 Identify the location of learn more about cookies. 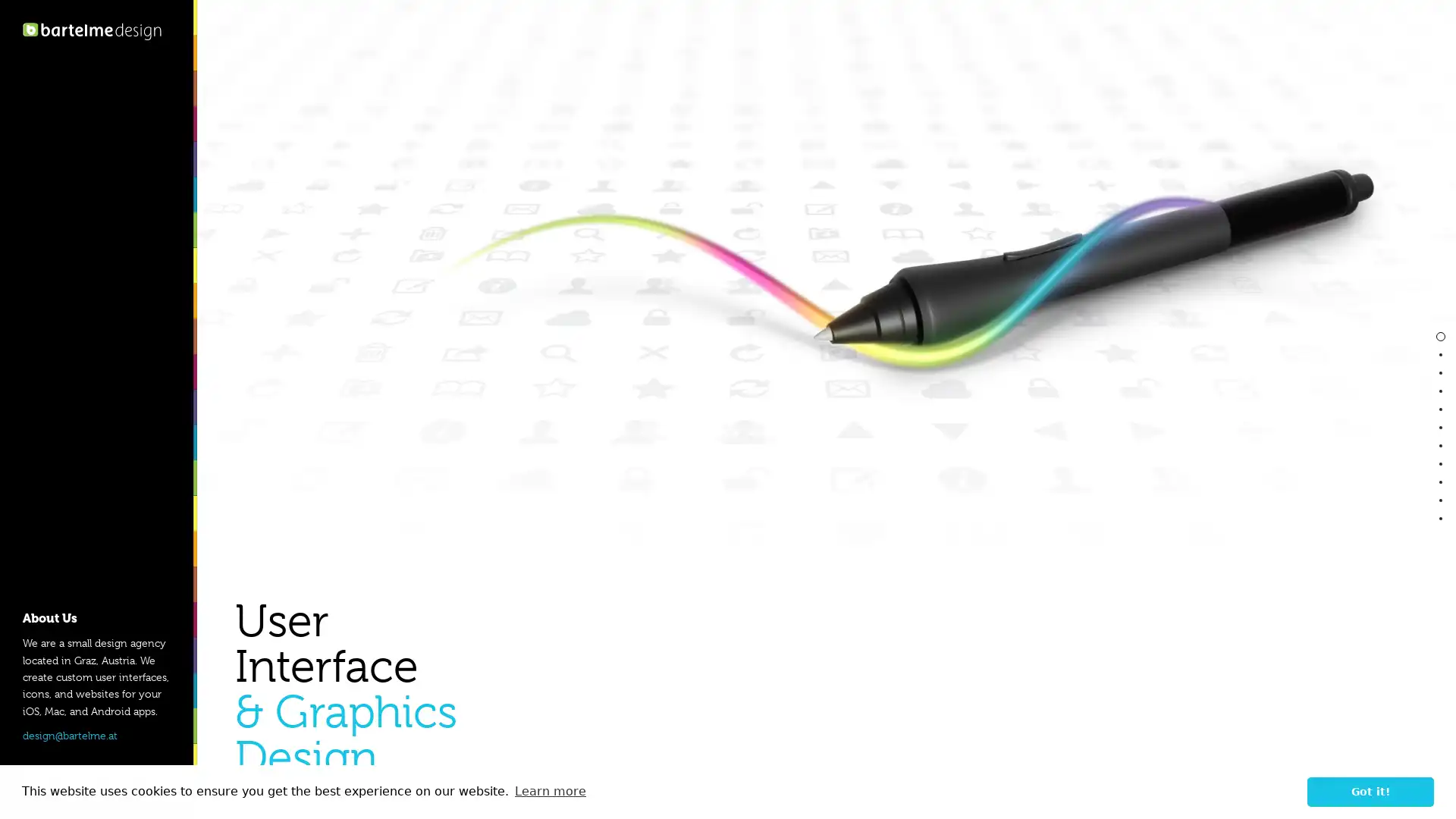
(549, 791).